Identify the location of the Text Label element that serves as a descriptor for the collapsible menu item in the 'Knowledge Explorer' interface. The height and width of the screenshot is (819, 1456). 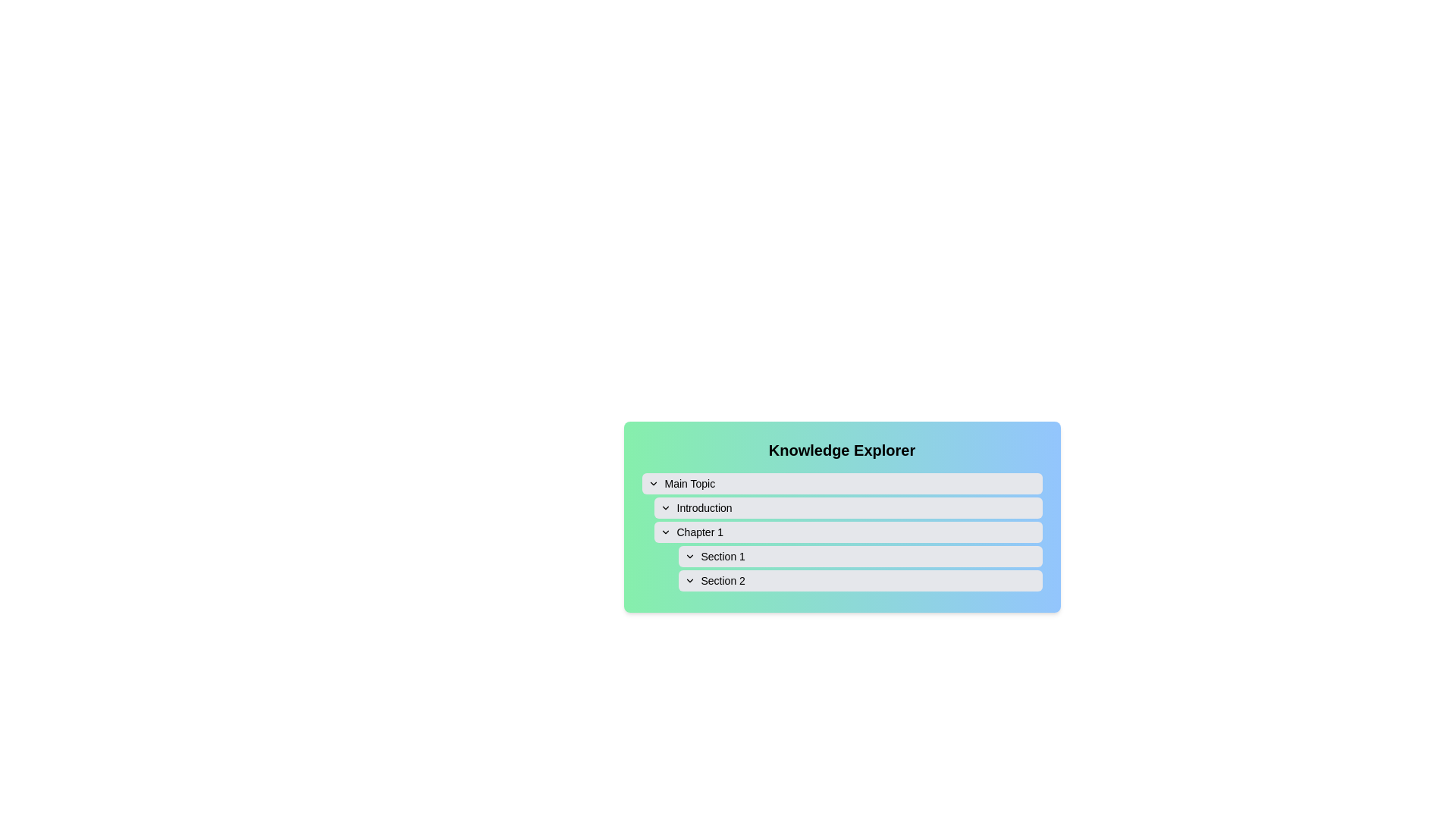
(689, 483).